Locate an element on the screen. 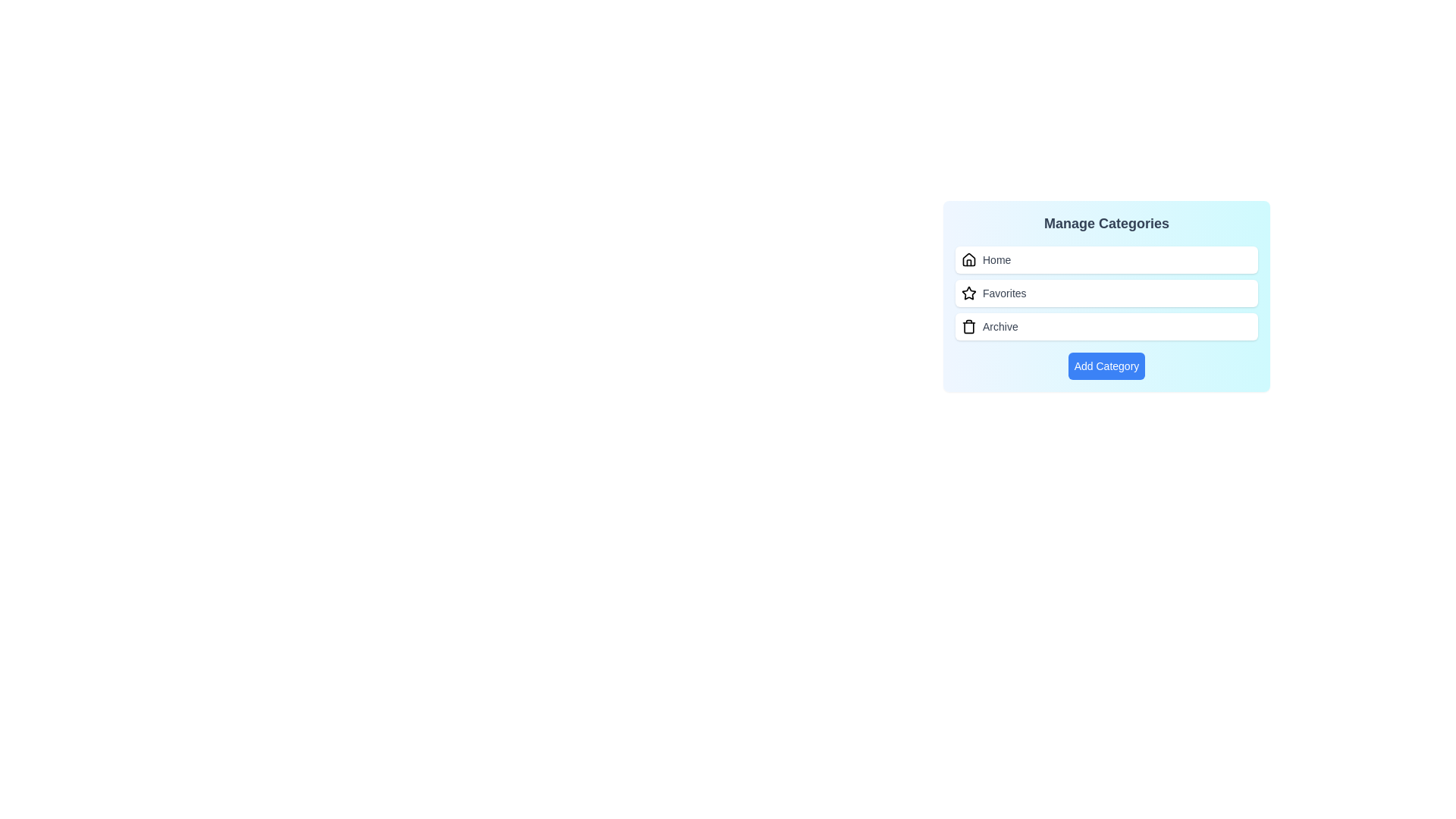 The image size is (1456, 819). the category Home to observe hover effects is located at coordinates (1106, 259).